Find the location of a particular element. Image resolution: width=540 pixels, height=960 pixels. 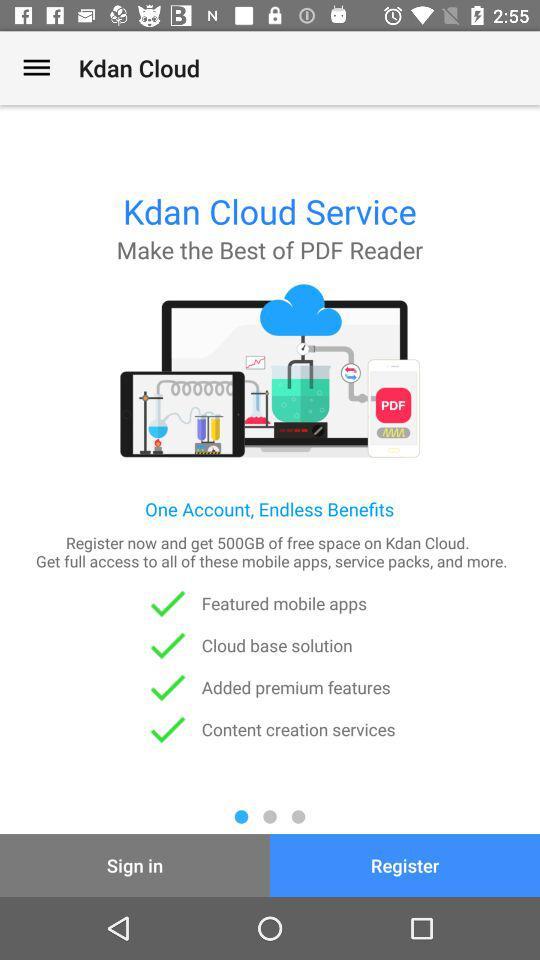

the item next to kdan cloud item is located at coordinates (36, 68).